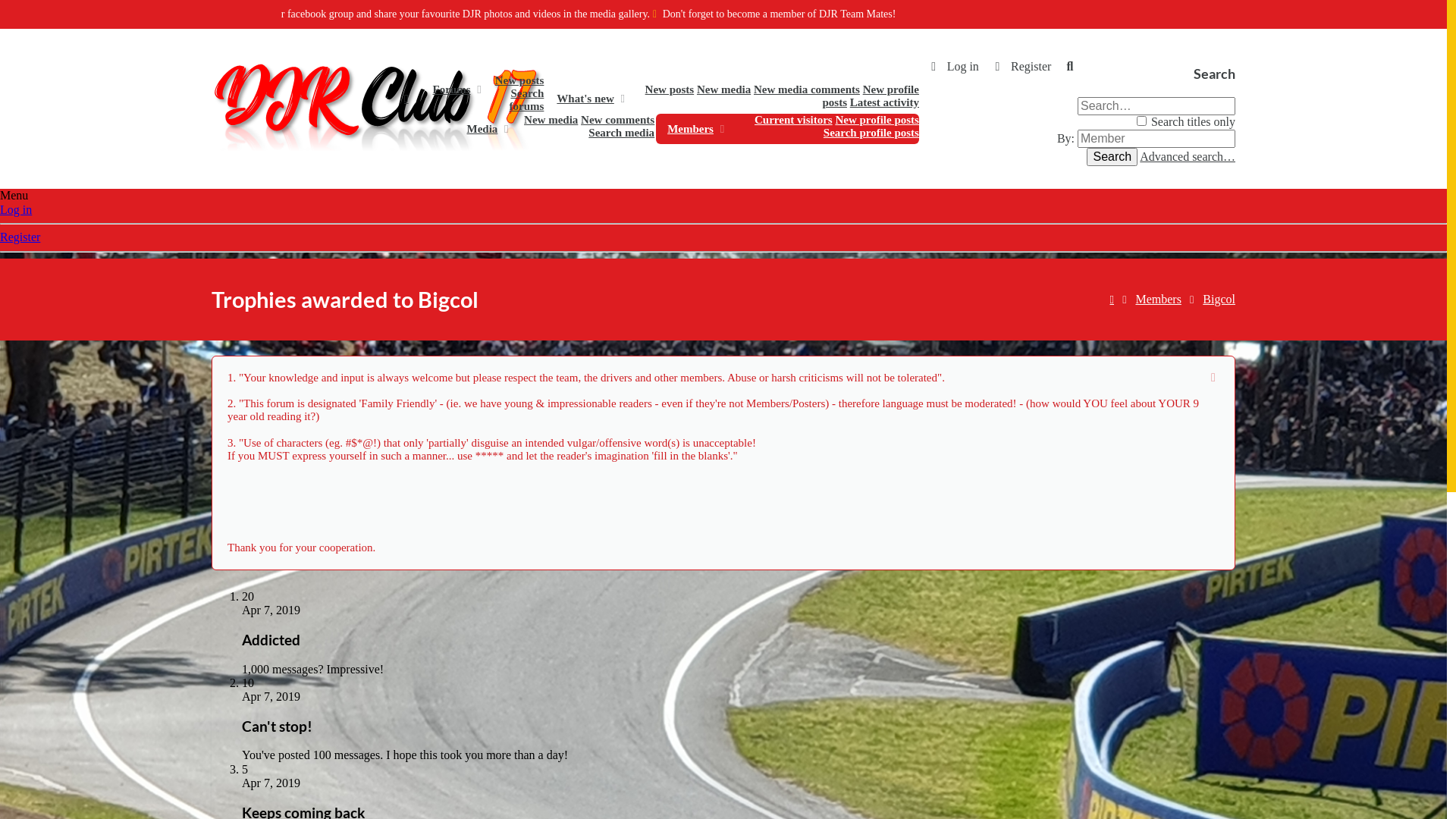 The width and height of the screenshot is (1456, 819). Describe the element at coordinates (519, 80) in the screenshot. I see `'New posts'` at that location.